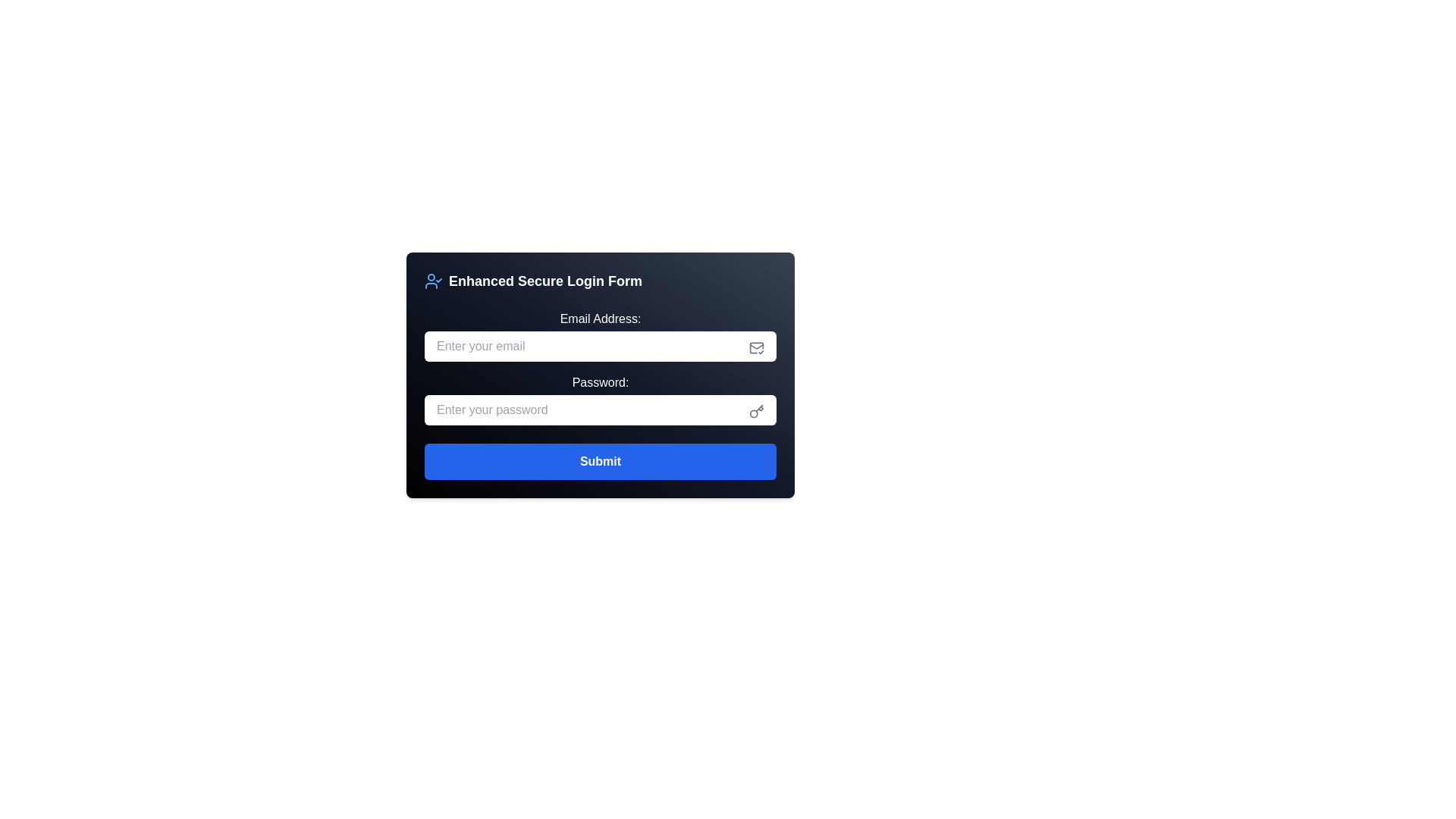 The image size is (1456, 819). I want to click on the small circle SVG element that is part of the key icon located to the right of the 'Password' field, so click(754, 413).